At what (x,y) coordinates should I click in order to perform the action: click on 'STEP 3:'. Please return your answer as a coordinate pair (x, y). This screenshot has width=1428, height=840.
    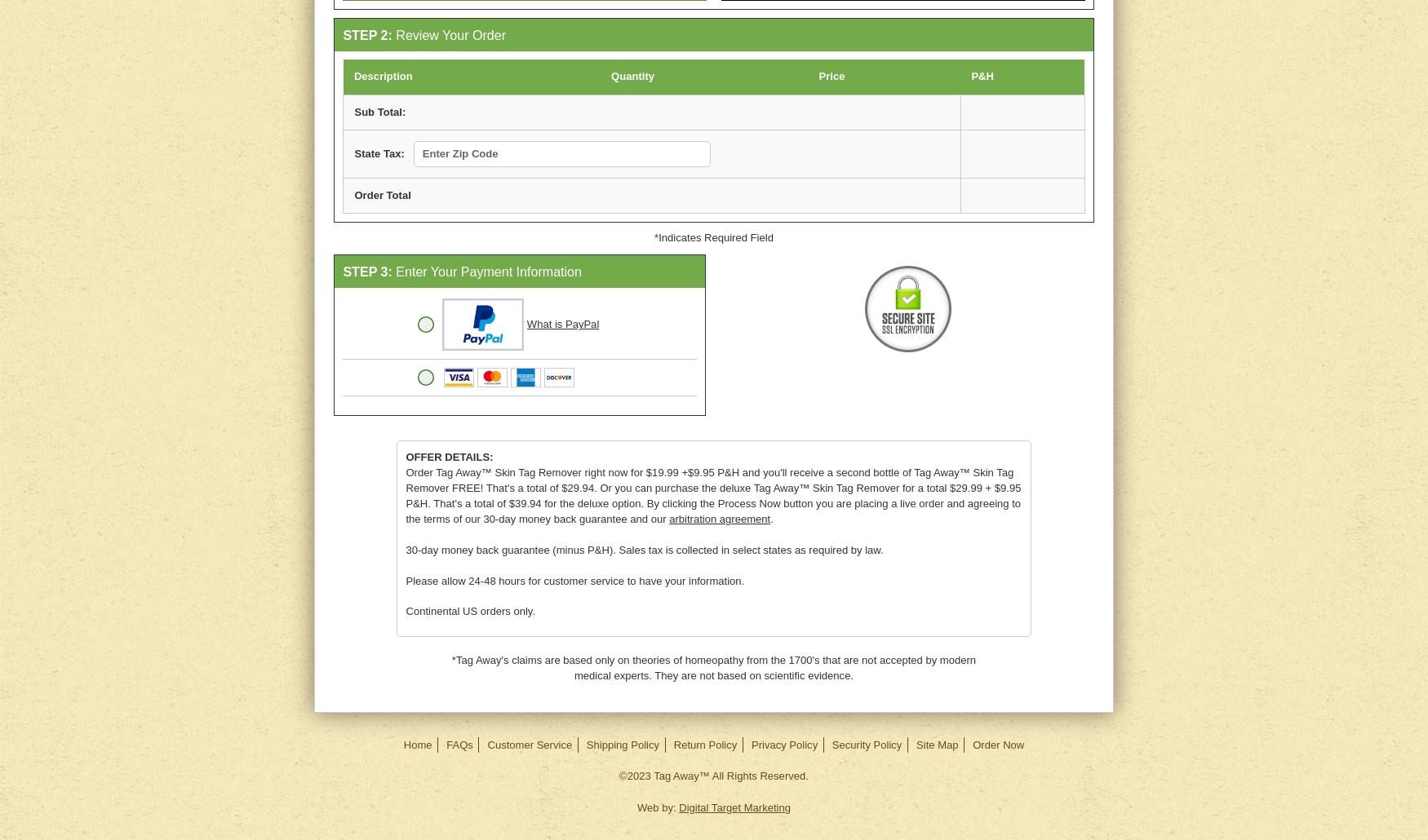
    Looking at the image, I should click on (342, 270).